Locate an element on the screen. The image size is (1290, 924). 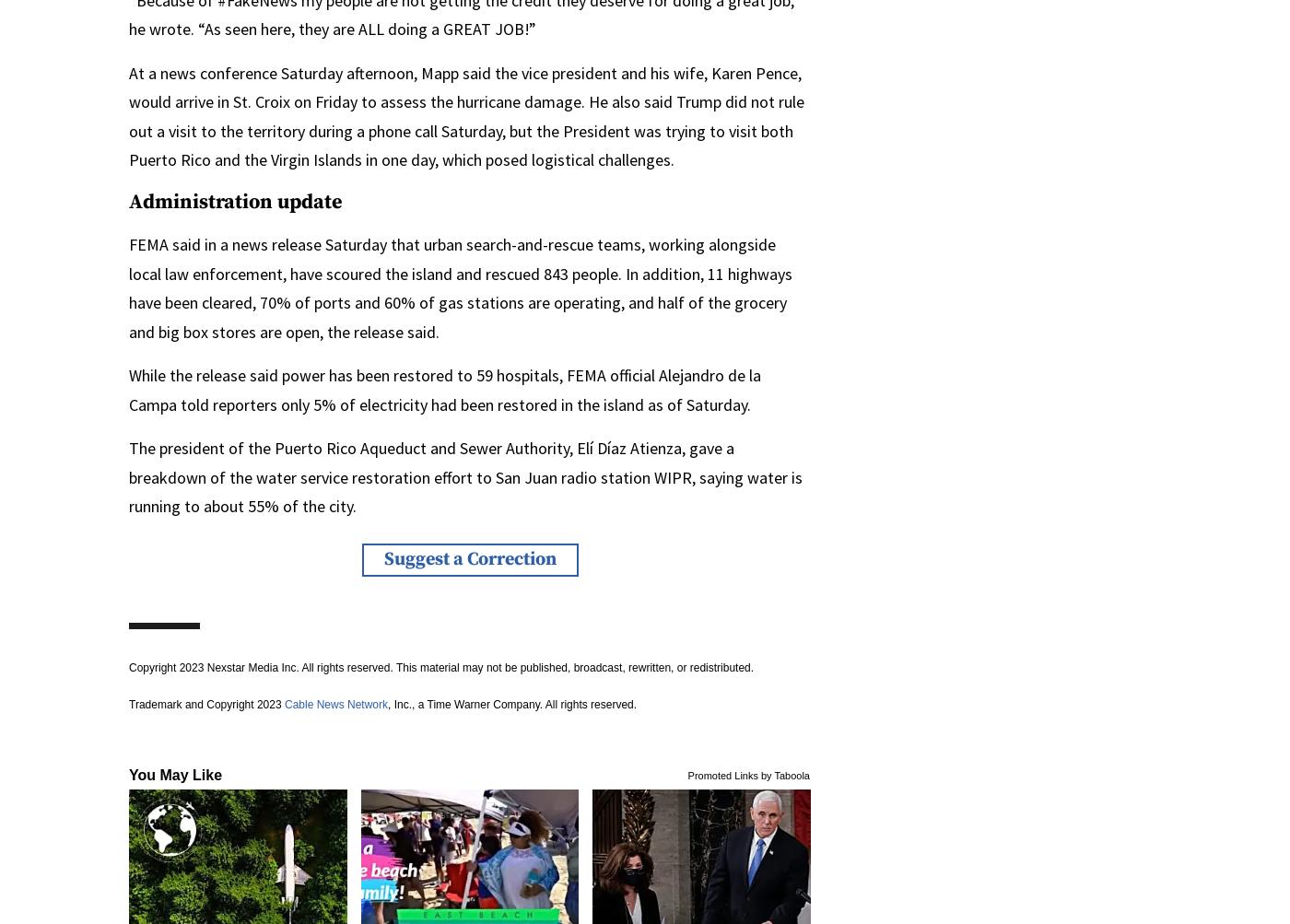
'Cable News Network' is located at coordinates (284, 702).